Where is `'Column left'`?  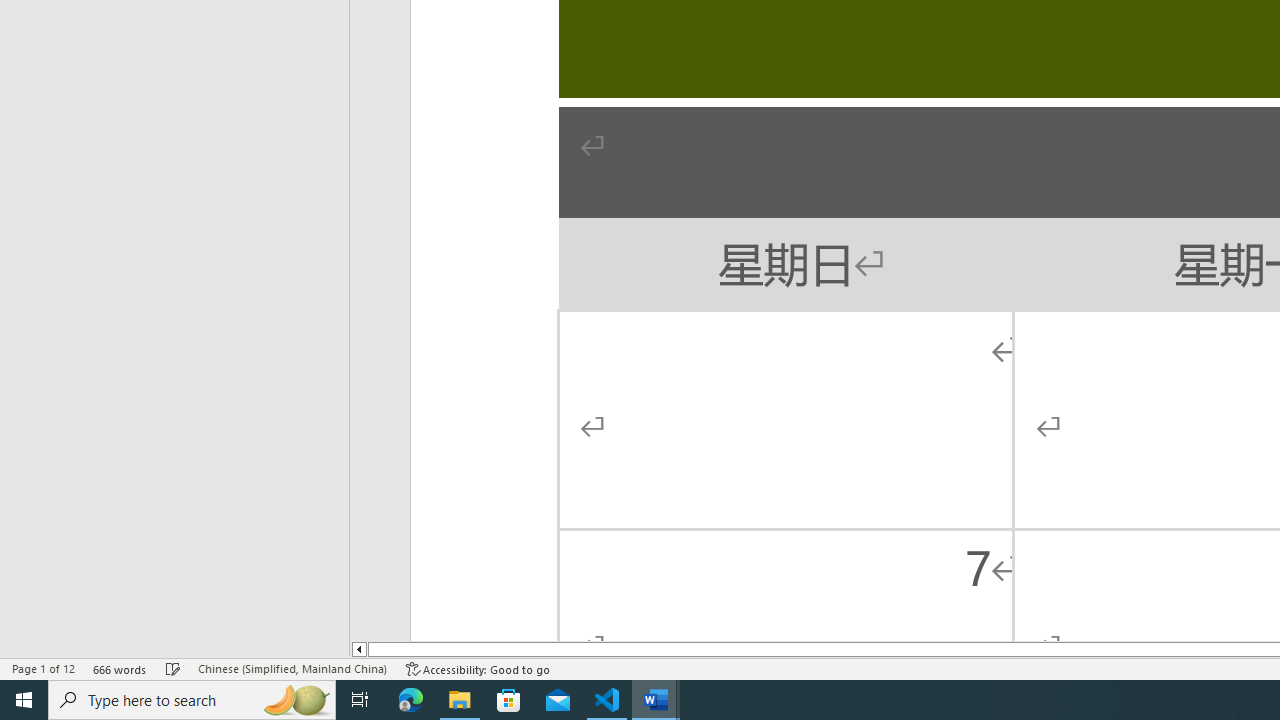 'Column left' is located at coordinates (358, 649).